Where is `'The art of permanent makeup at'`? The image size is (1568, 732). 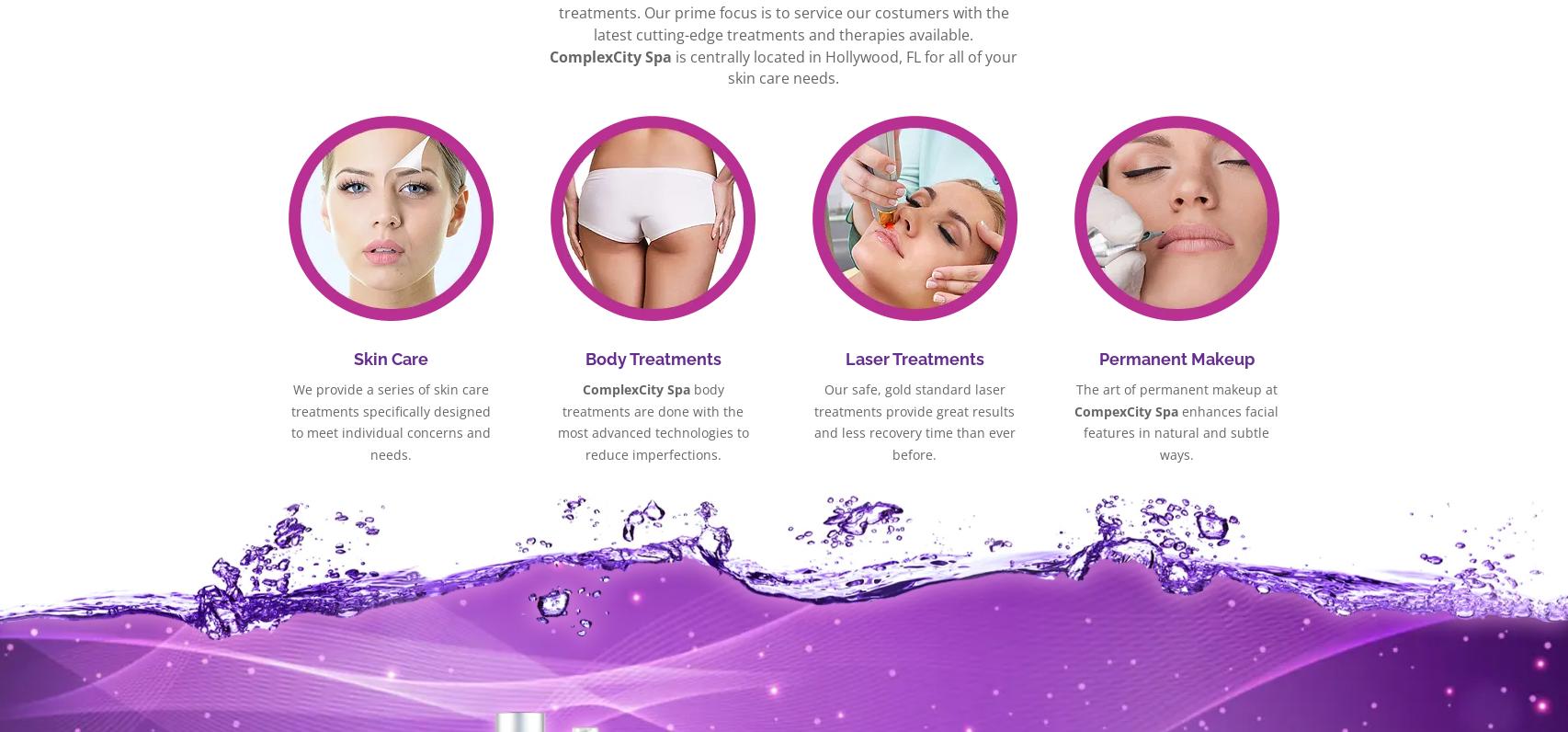
'The art of permanent makeup at' is located at coordinates (1176, 387).